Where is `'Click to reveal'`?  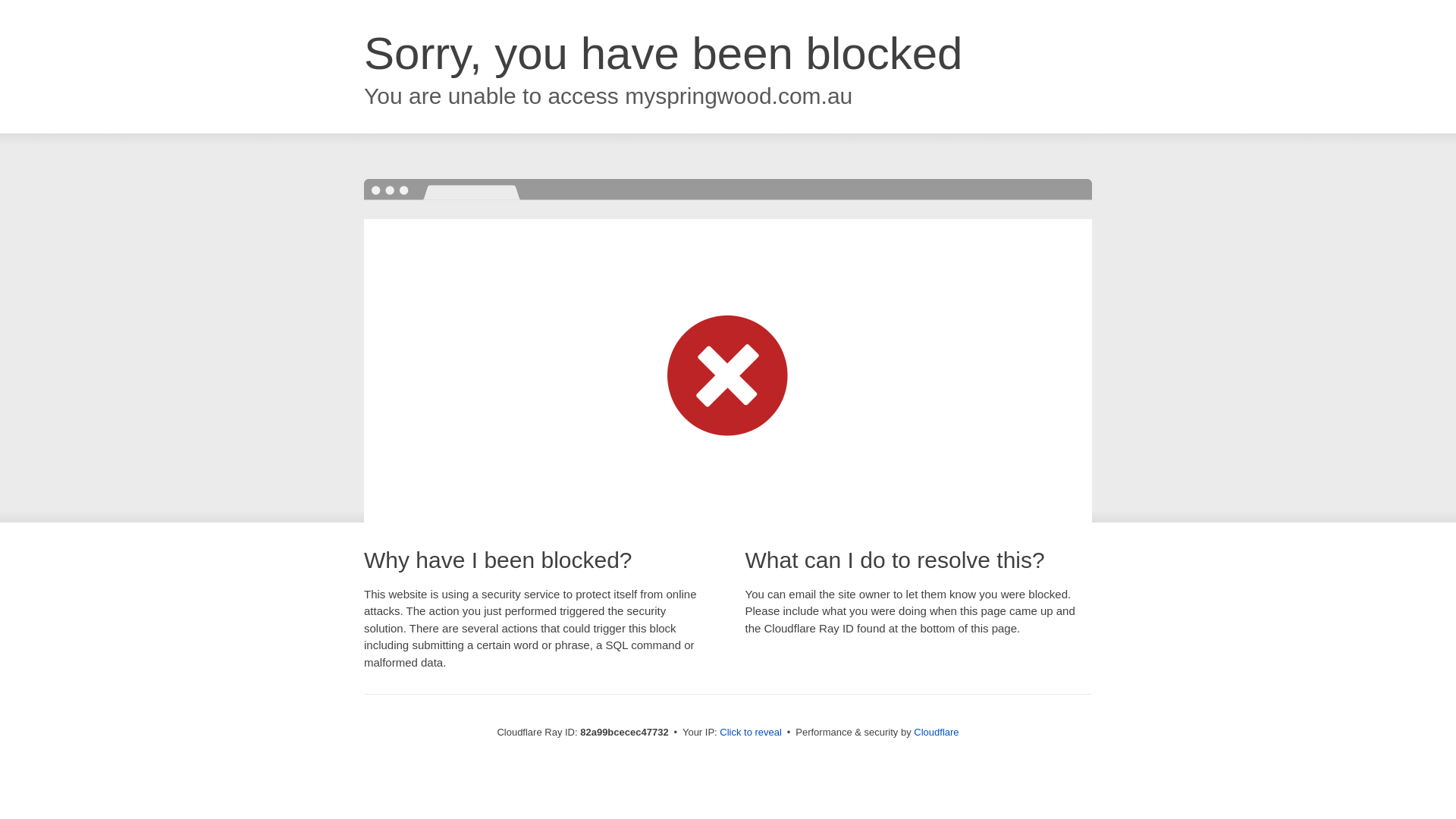
'Click to reveal' is located at coordinates (750, 731).